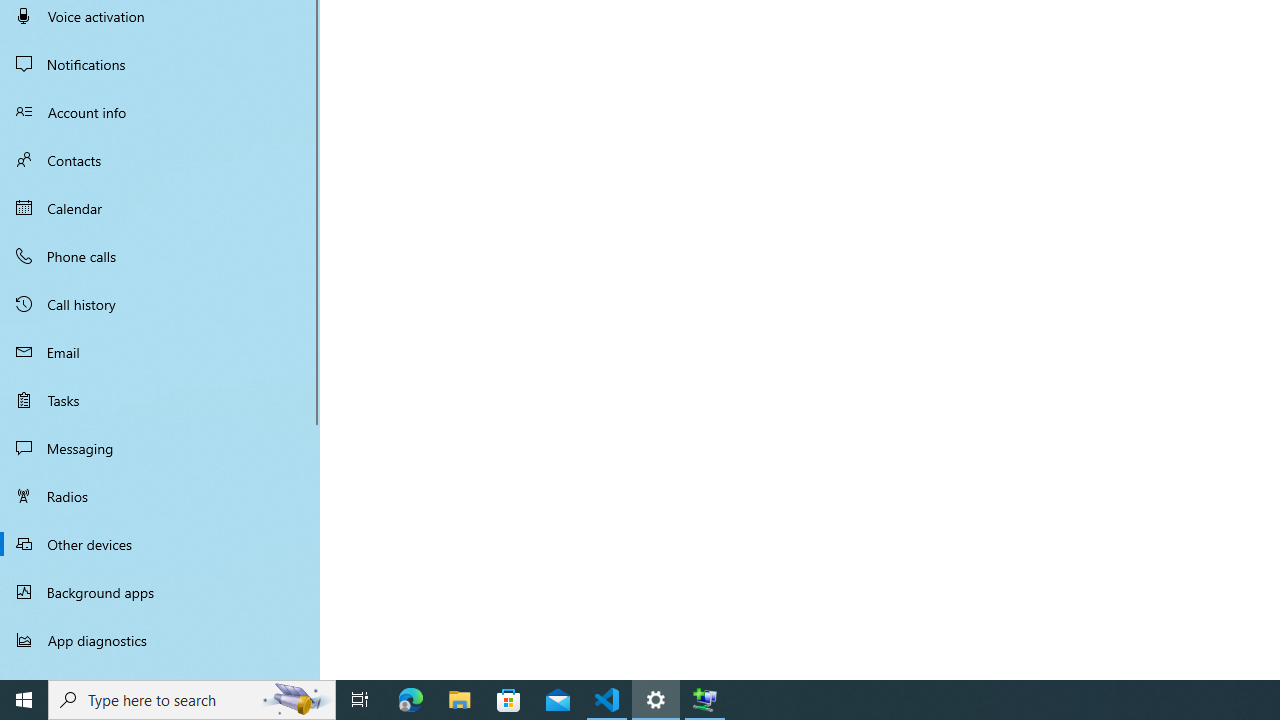 The width and height of the screenshot is (1280, 720). I want to click on 'Account info', so click(160, 111).